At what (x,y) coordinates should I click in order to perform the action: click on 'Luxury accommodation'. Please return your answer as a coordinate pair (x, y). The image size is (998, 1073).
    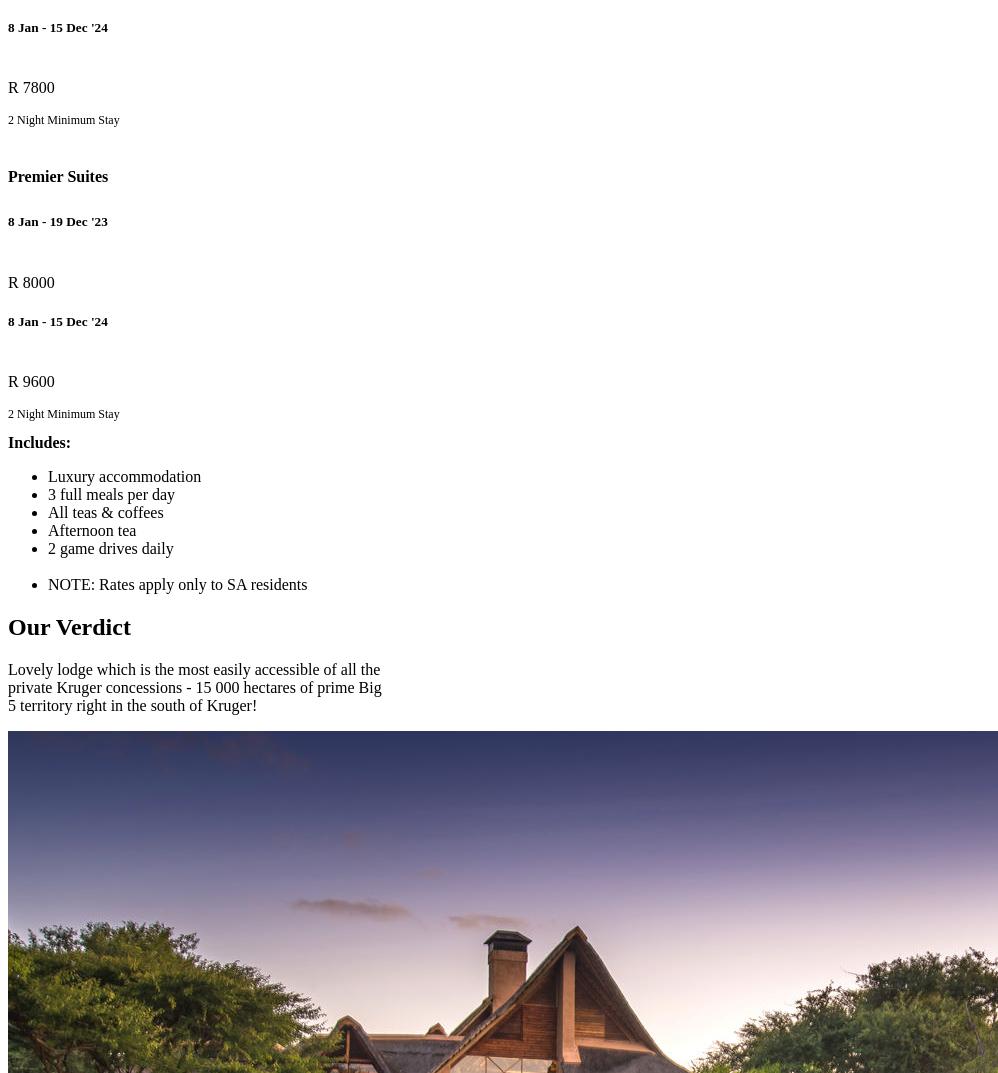
    Looking at the image, I should click on (124, 475).